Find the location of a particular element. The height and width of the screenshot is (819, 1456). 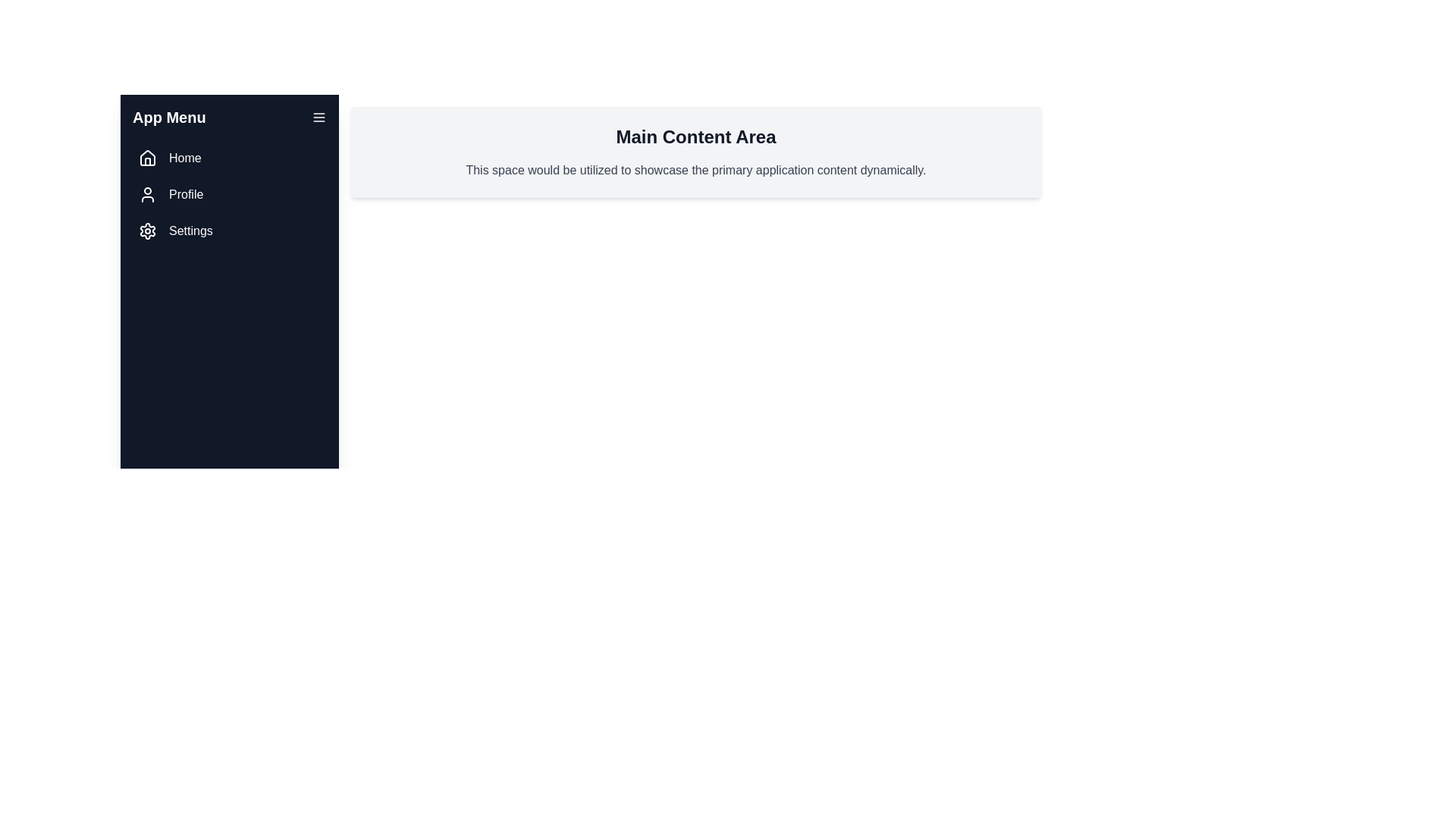

the toggle button to close the drawer is located at coordinates (318, 116).